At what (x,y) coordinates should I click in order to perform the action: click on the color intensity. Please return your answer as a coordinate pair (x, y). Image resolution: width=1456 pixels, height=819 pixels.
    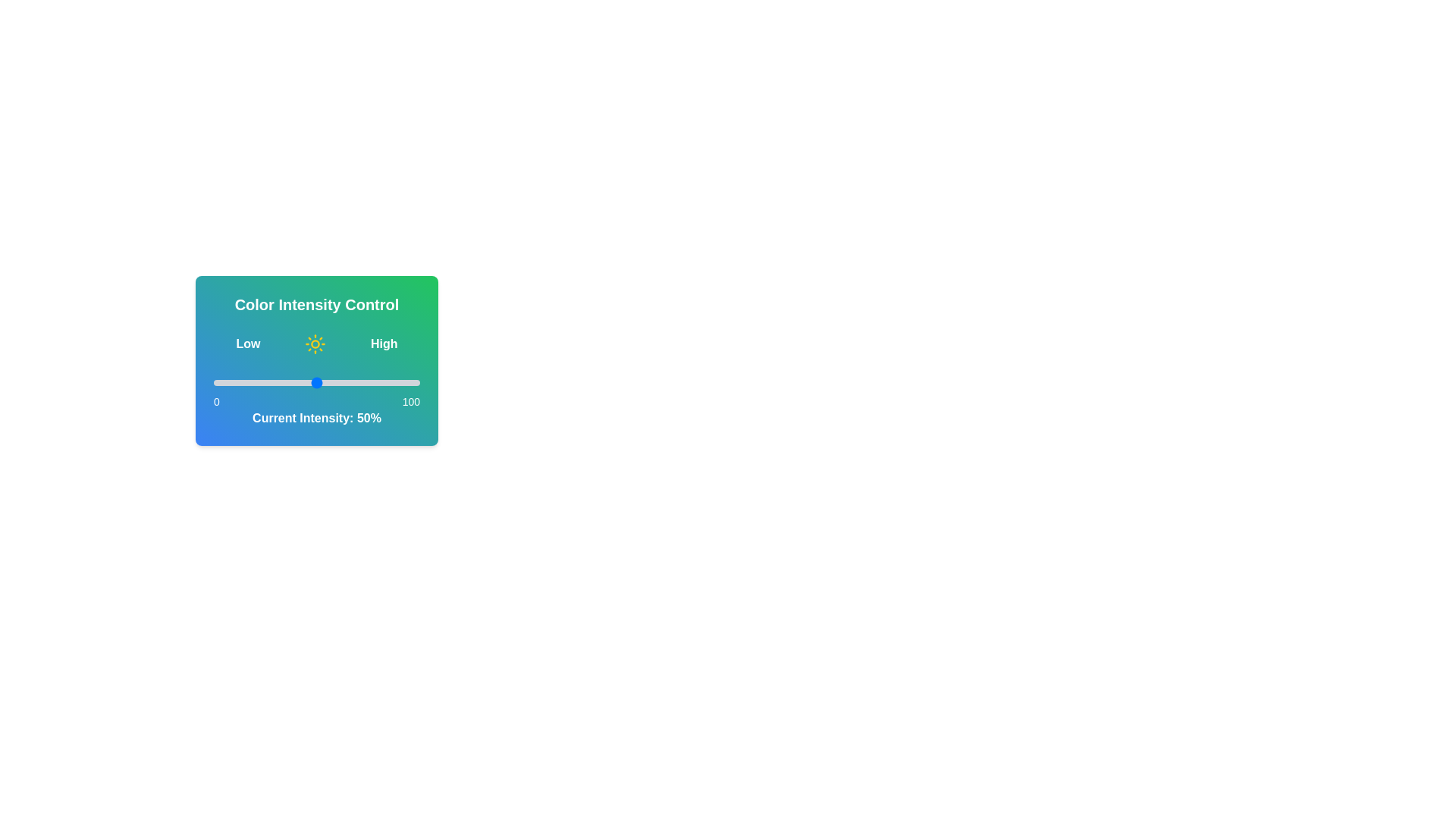
    Looking at the image, I should click on (407, 382).